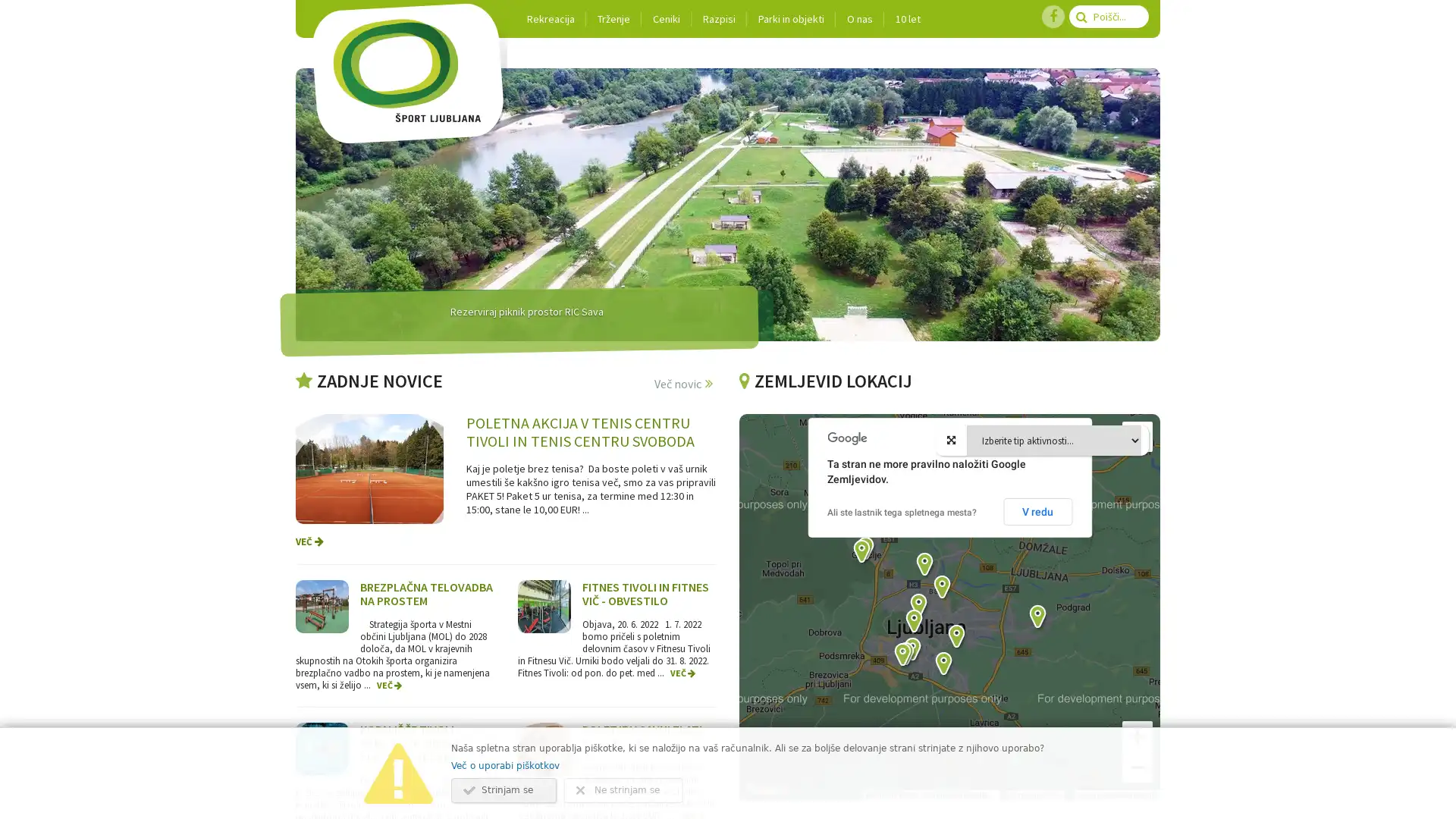 This screenshot has height=819, width=1456. I want to click on Kako do nas?, so click(872, 568).